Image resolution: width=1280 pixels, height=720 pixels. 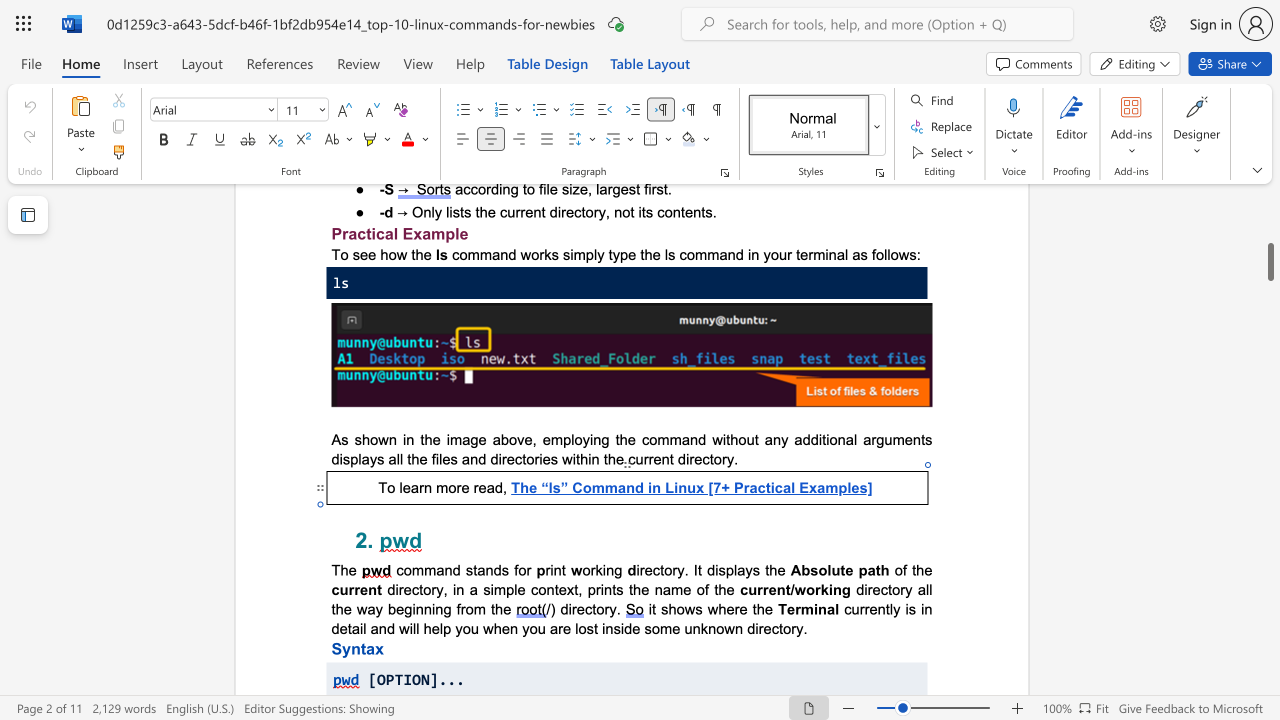 What do you see at coordinates (489, 570) in the screenshot?
I see `the 2th character "n" in the text` at bounding box center [489, 570].